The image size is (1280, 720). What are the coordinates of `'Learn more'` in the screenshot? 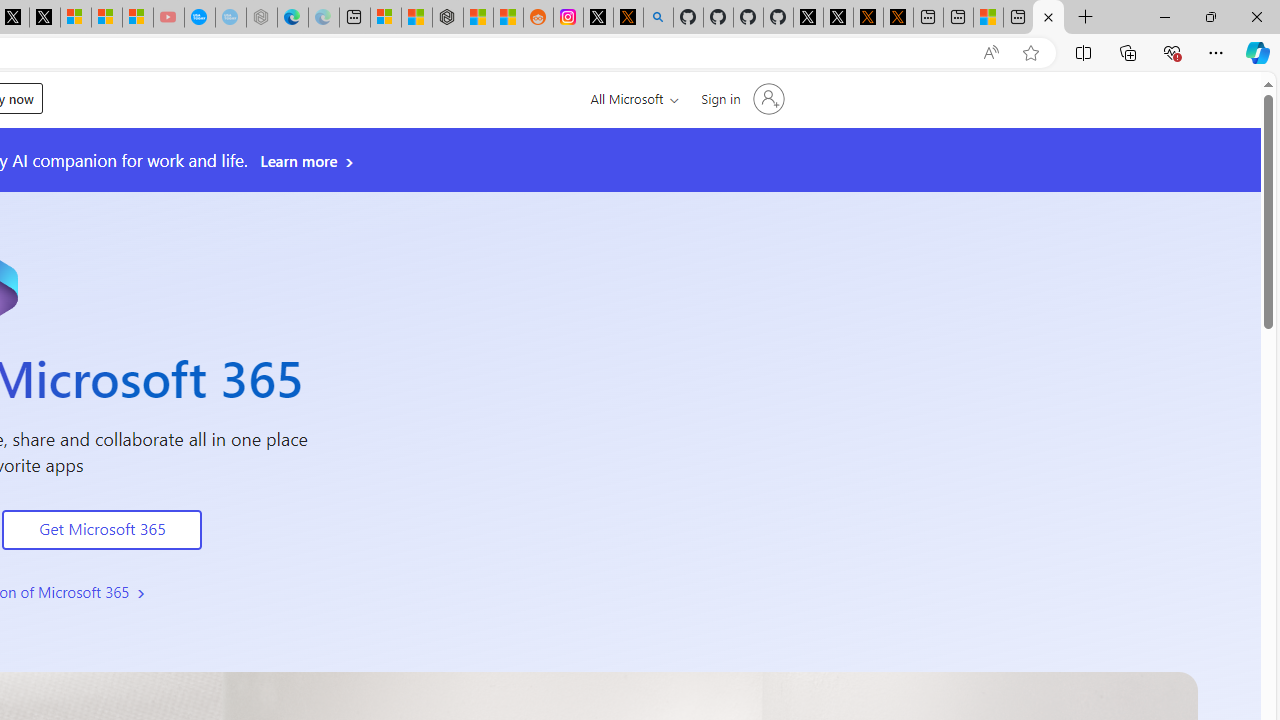 It's located at (307, 160).